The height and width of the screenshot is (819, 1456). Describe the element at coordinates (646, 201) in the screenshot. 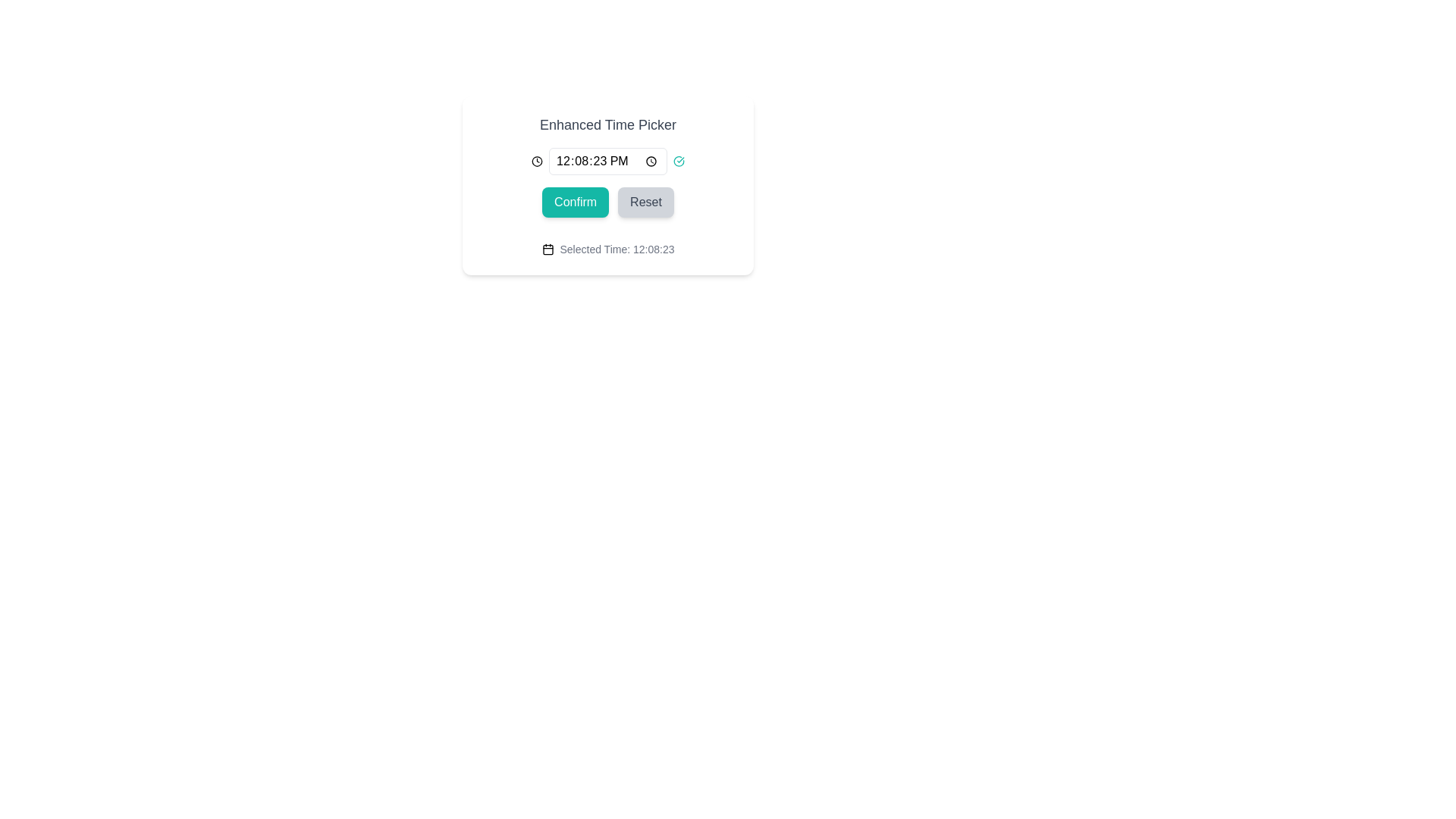

I see `the reset settings button located to the right of the 'Confirm' button in the time-selection widget to observe a background color change` at that location.